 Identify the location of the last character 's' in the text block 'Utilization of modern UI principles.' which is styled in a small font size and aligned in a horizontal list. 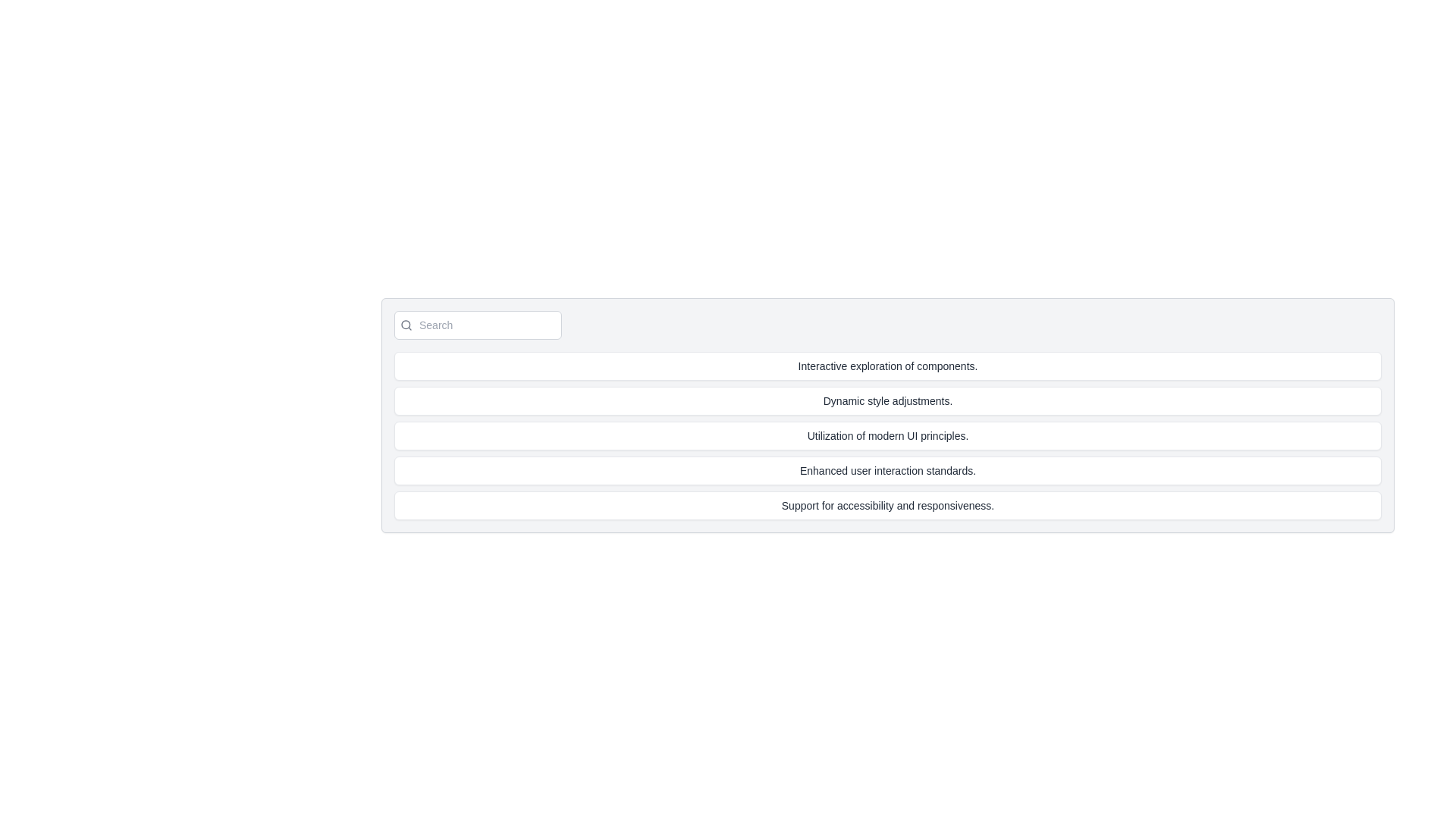
(962, 435).